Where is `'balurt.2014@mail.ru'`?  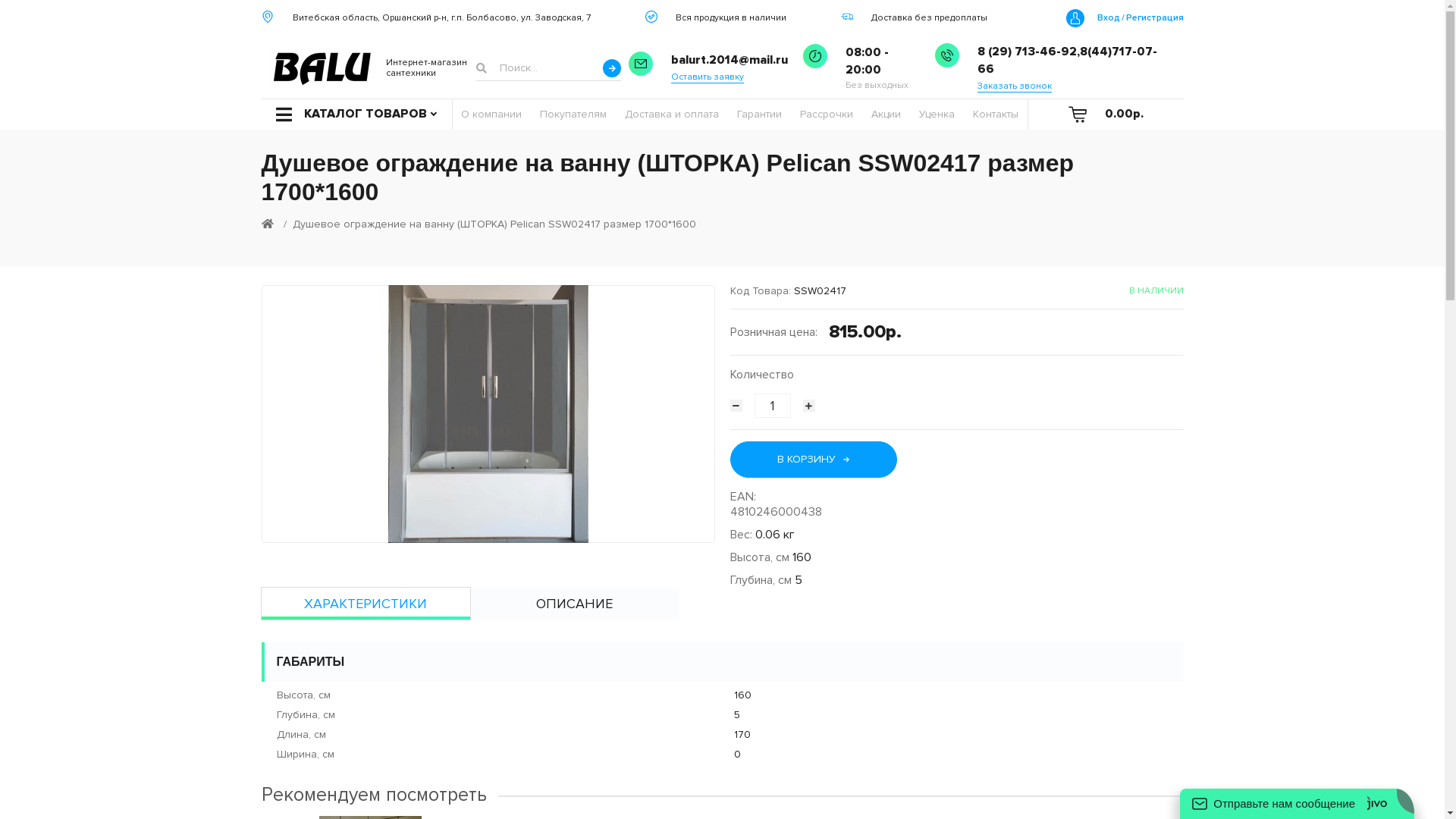 'balurt.2014@mail.ru' is located at coordinates (729, 59).